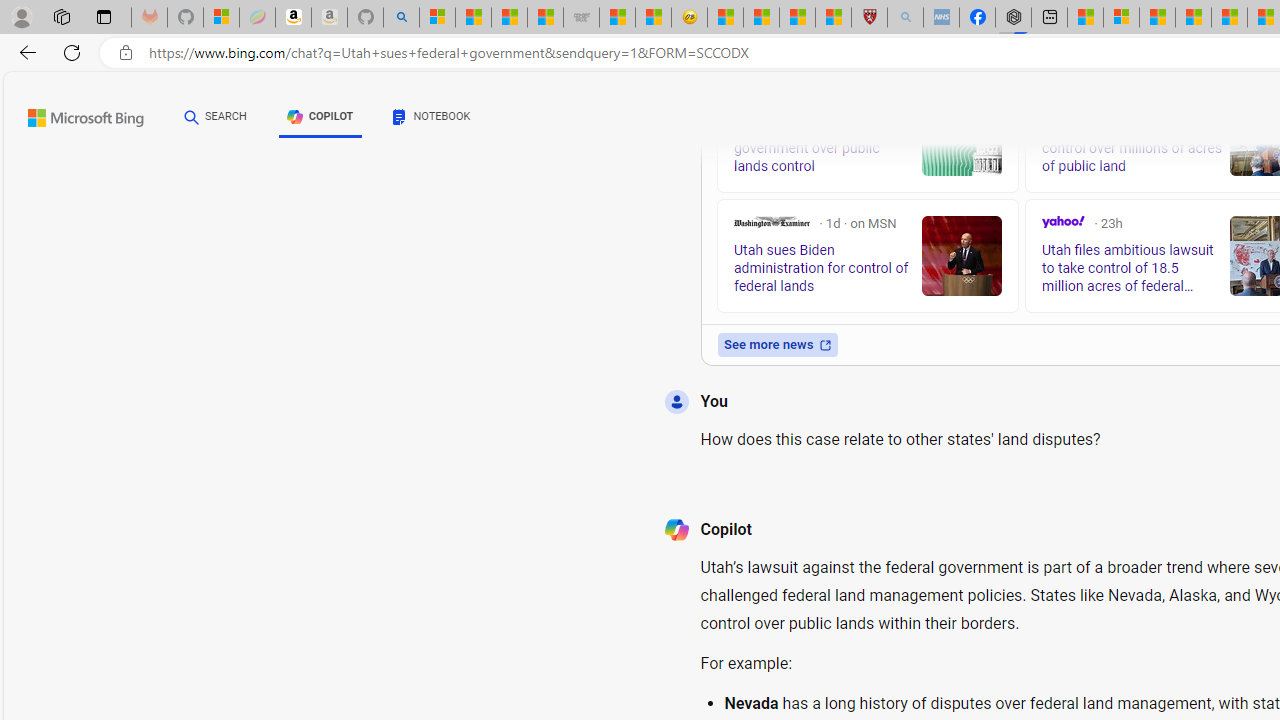 Image resolution: width=1280 pixels, height=720 pixels. What do you see at coordinates (431, 117) in the screenshot?
I see `'NOTEBOOK'` at bounding box center [431, 117].